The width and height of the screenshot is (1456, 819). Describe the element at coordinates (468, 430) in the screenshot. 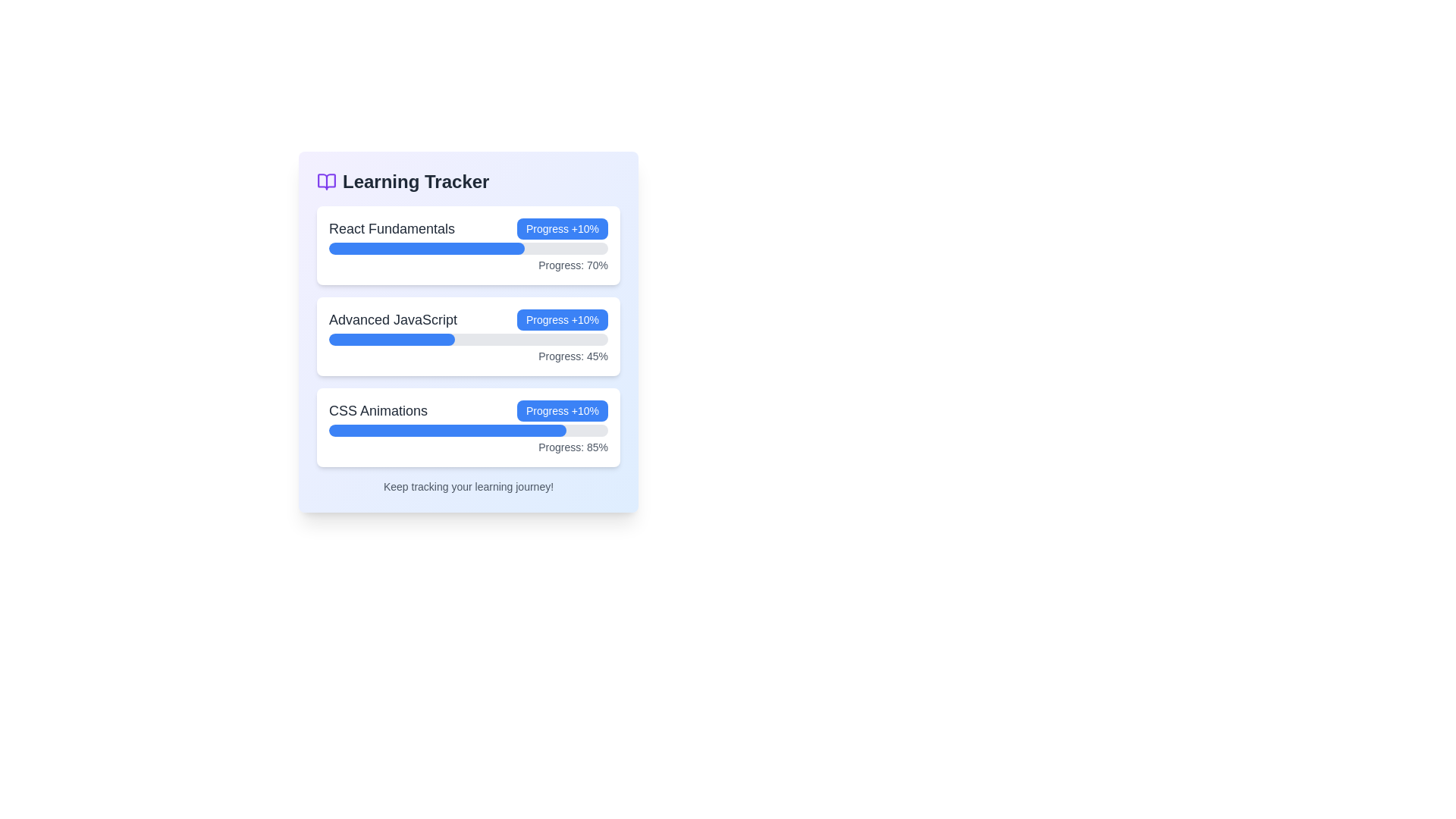

I see `the horizontal progress bar with rounded edges located in the third card labeled 'CSS Animations', positioned below the card's header title and button, and above the 'Progress: 85%' text` at that location.